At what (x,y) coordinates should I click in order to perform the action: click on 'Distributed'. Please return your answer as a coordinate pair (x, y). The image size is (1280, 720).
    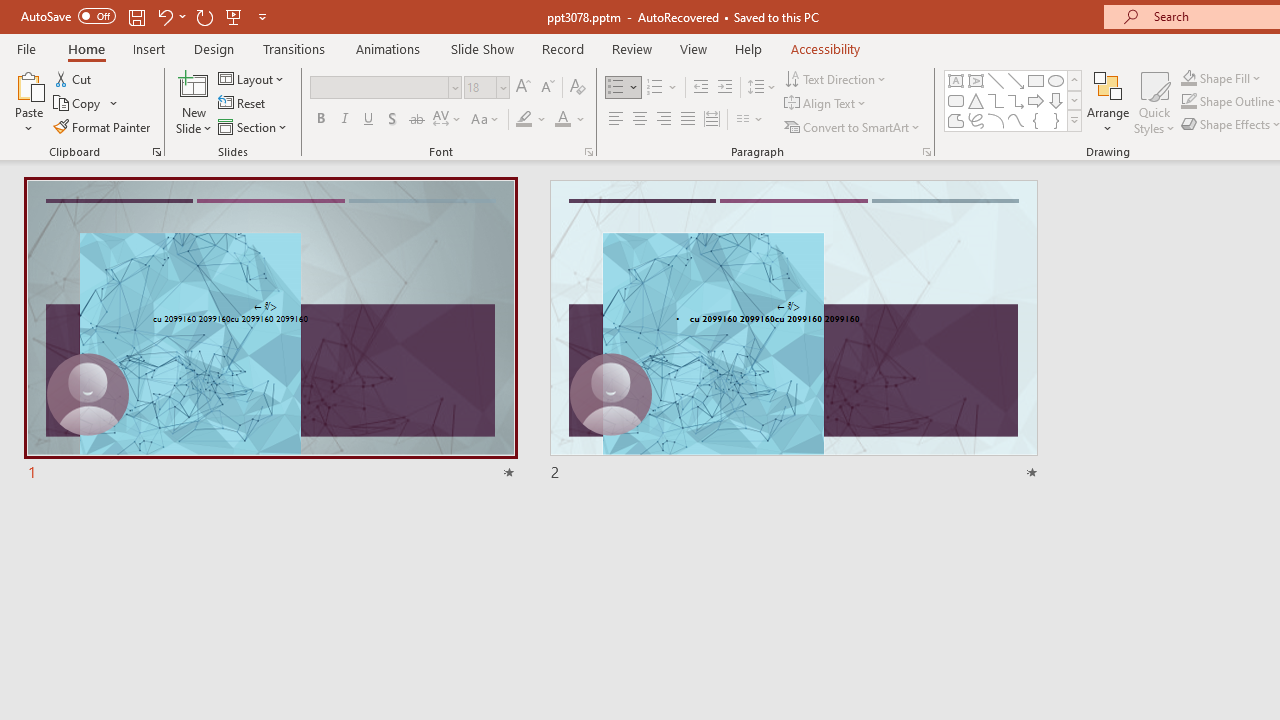
    Looking at the image, I should click on (712, 119).